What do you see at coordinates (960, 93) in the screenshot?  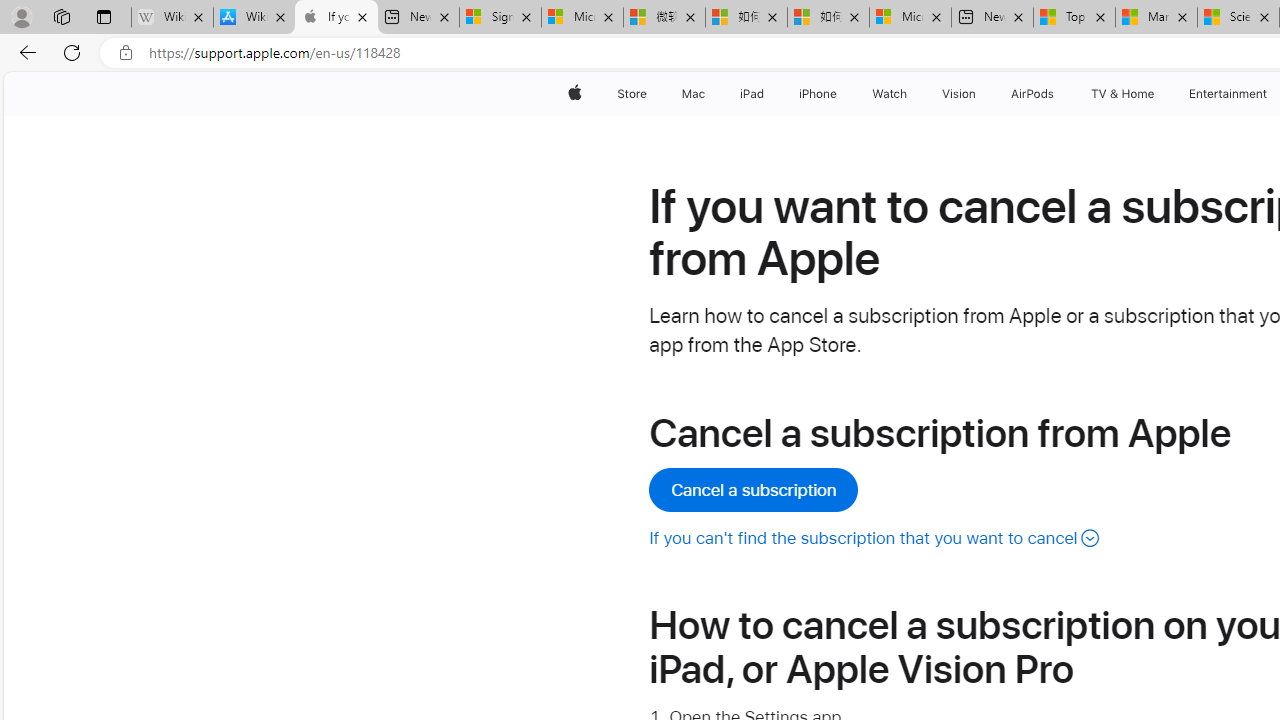 I see `'Vision'` at bounding box center [960, 93].